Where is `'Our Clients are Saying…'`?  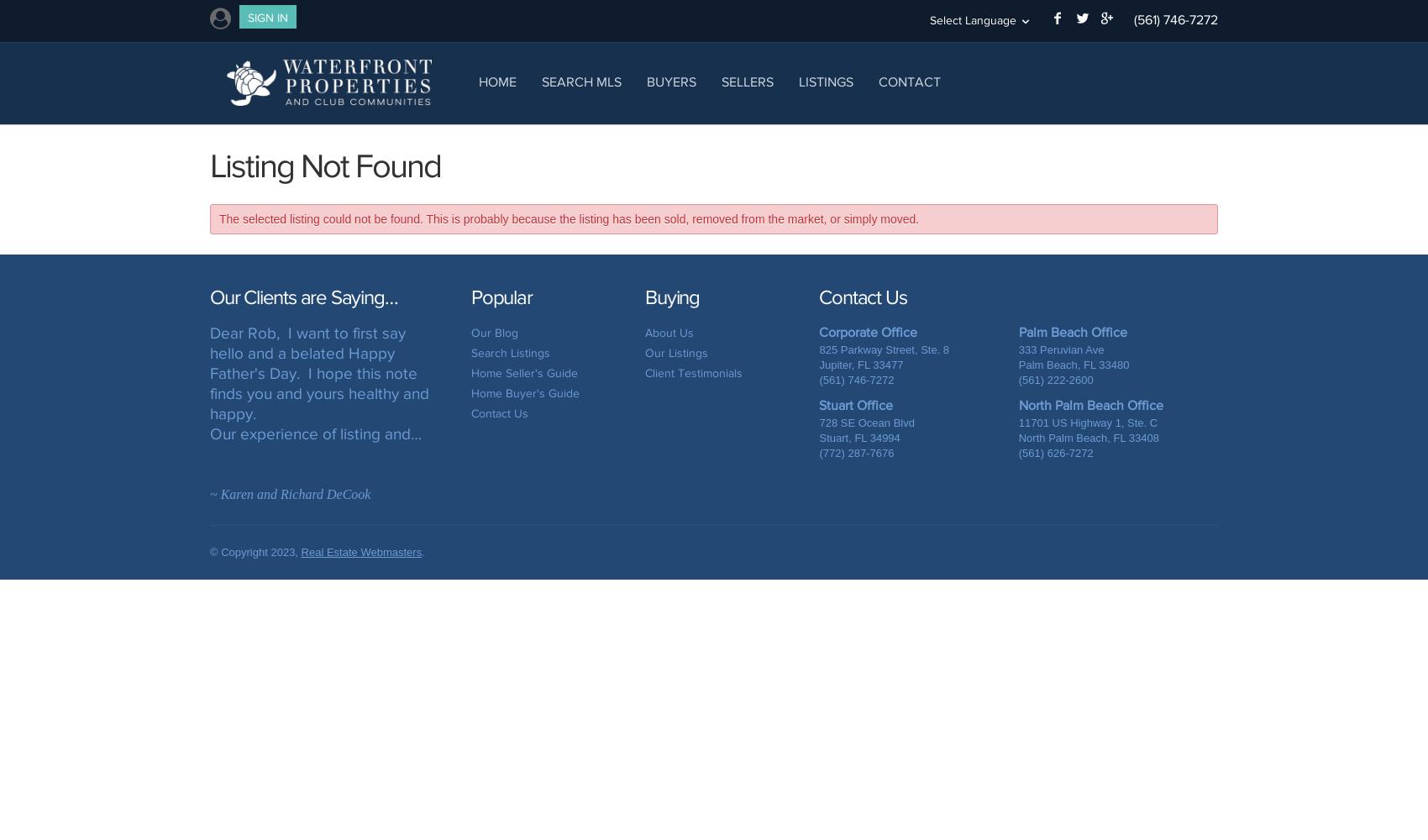
'Our Clients are Saying…' is located at coordinates (302, 297).